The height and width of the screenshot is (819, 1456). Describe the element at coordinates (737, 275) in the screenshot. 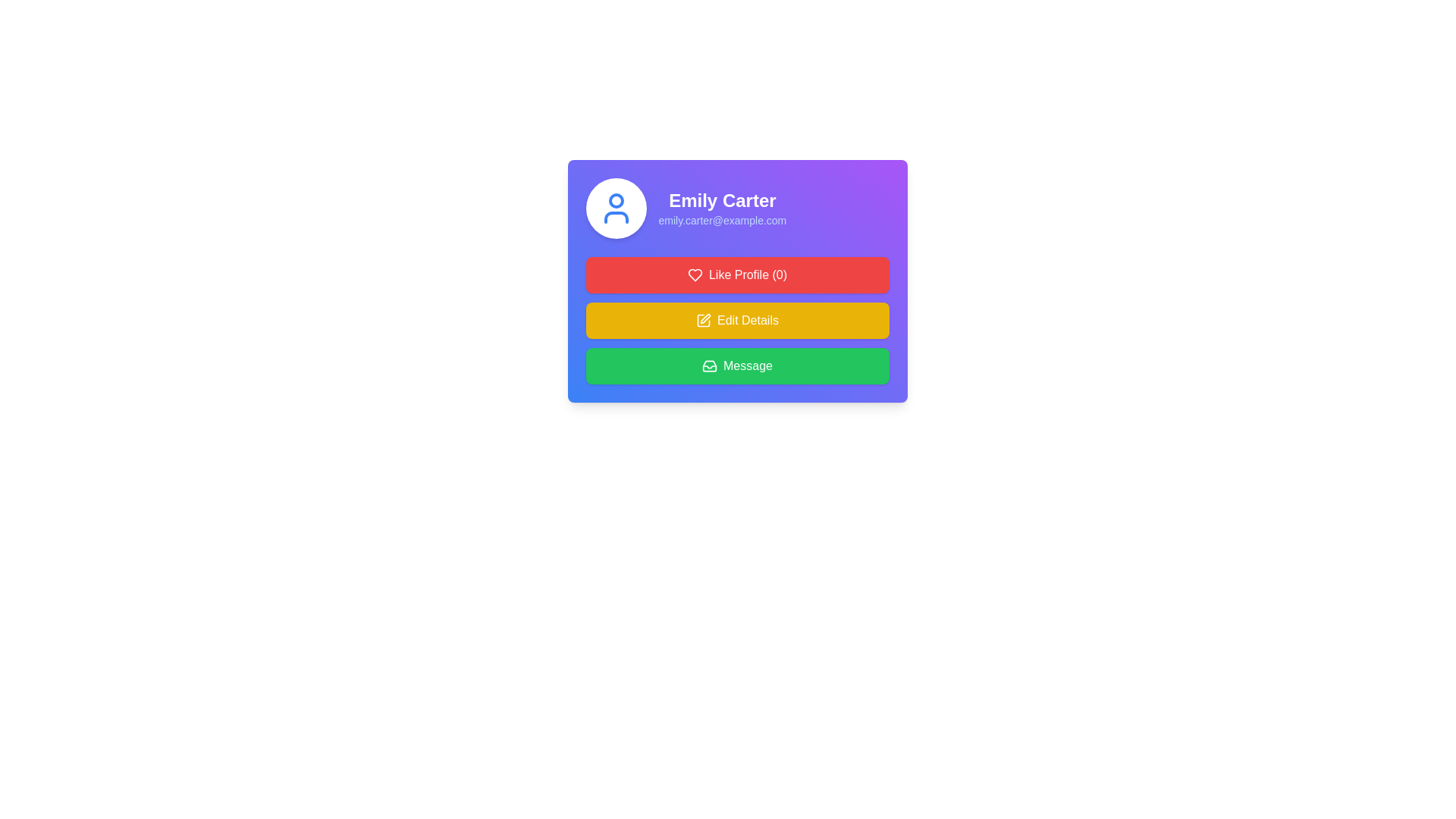

I see `the red button labeled 'Like Profile (0)' with a heart icon to like the profile, located directly below the user's profile information` at that location.